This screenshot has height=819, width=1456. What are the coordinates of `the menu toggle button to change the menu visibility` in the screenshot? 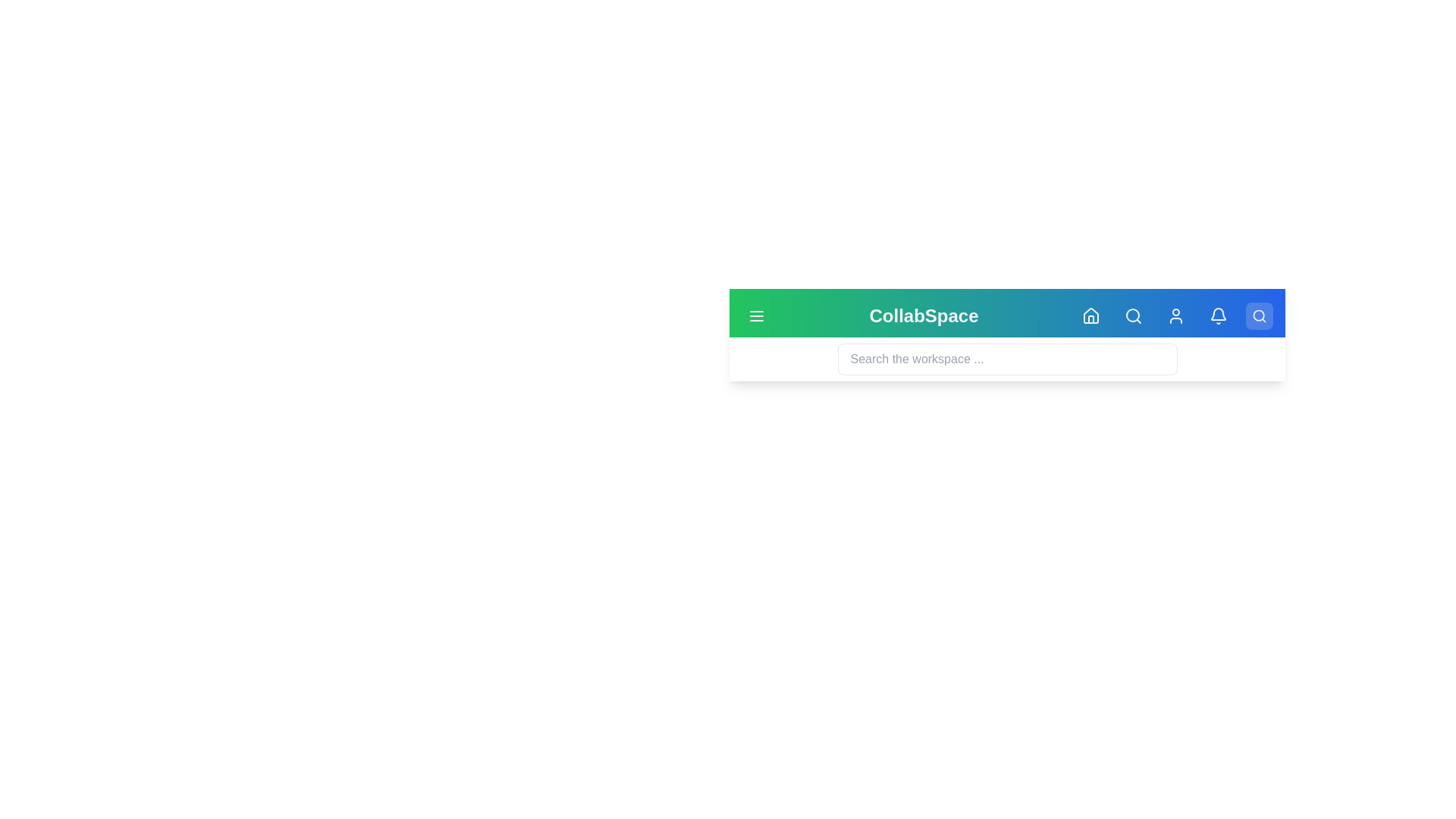 It's located at (757, 315).